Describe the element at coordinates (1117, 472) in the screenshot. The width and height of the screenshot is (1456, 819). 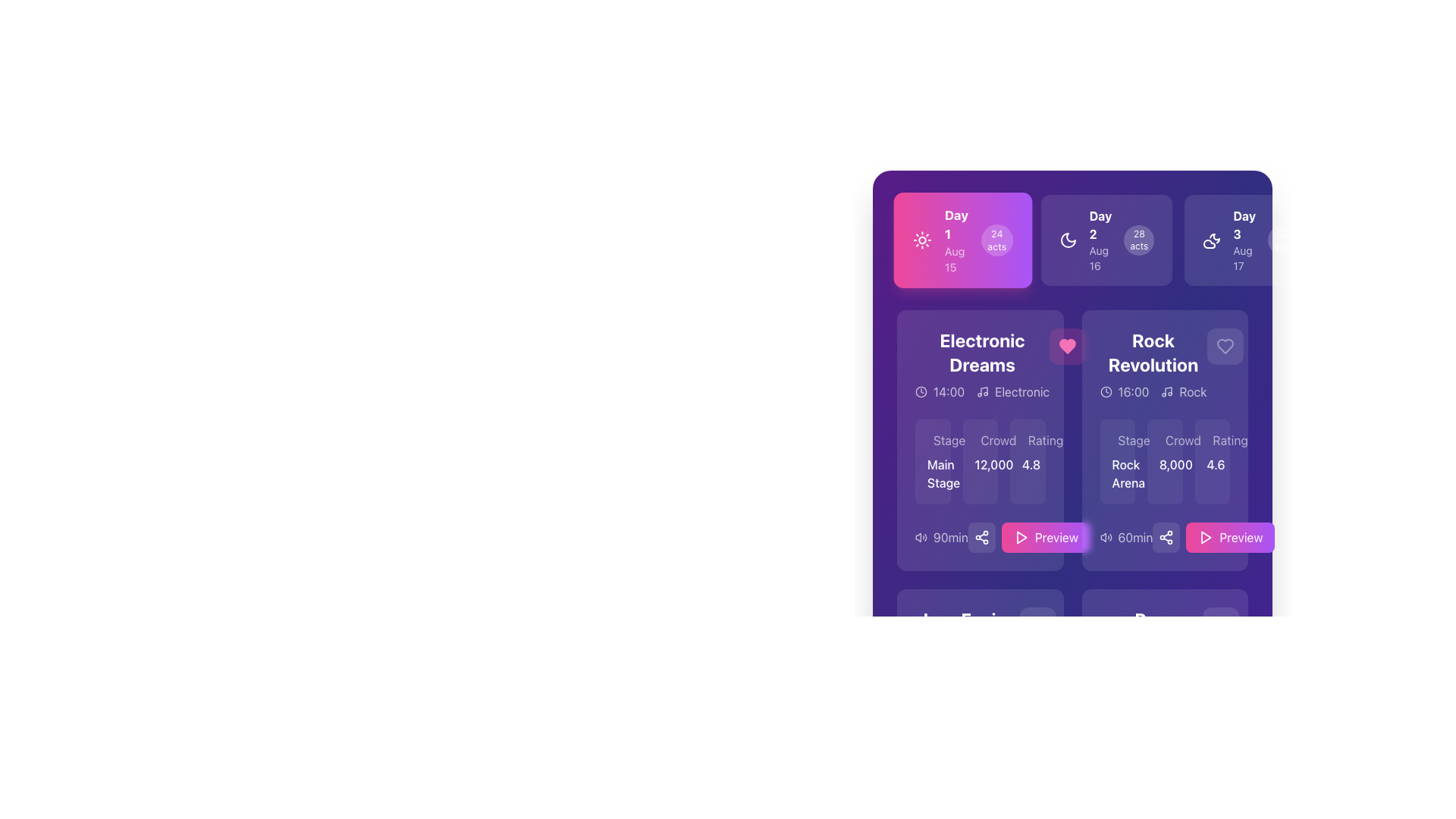
I see `the text element displaying 'Rock Arena', which is located in the second card under the 'Rock Revolution' section, directly below the text 'Stage'` at that location.